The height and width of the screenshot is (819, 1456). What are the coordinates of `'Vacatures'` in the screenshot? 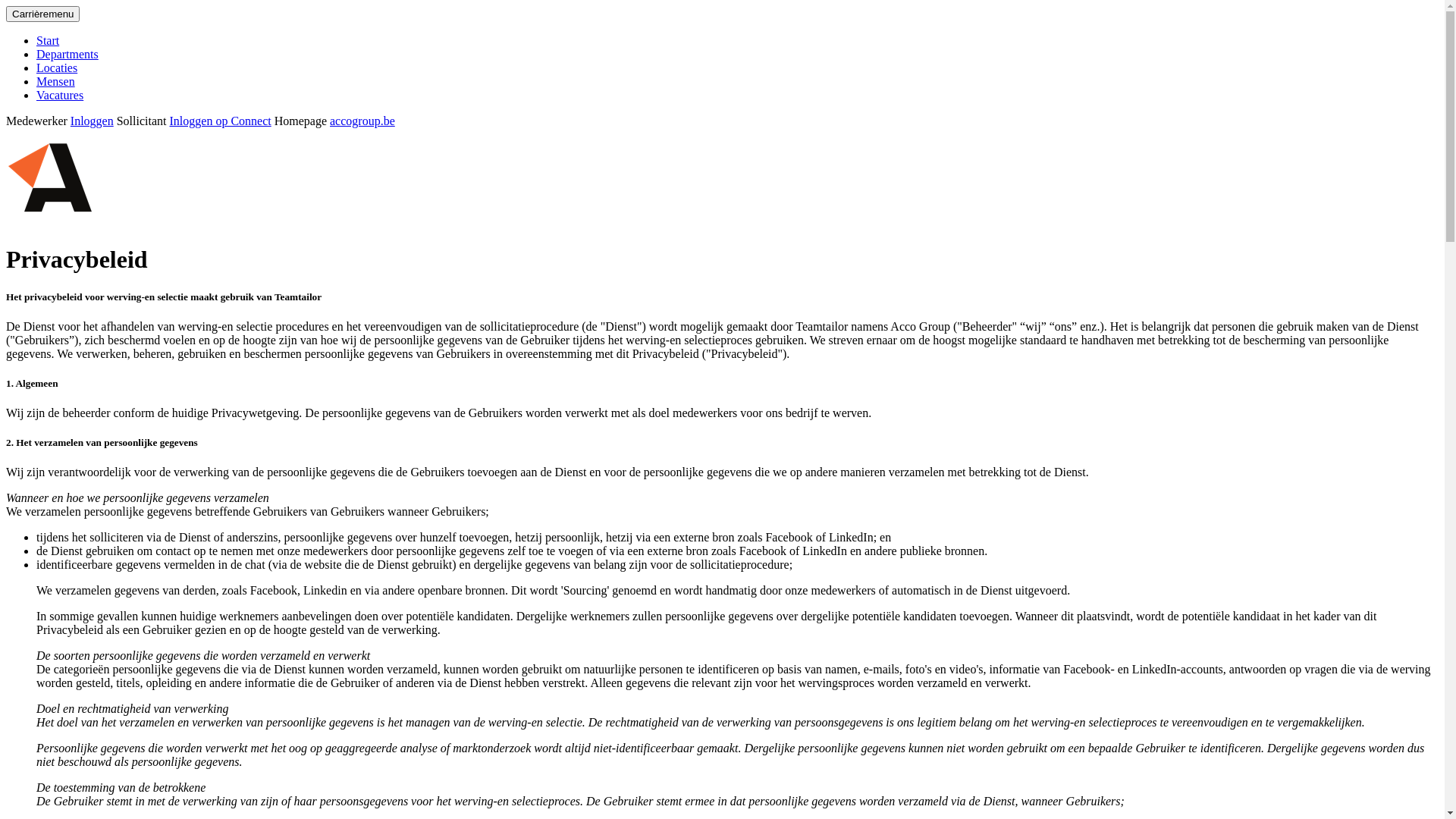 It's located at (36, 95).